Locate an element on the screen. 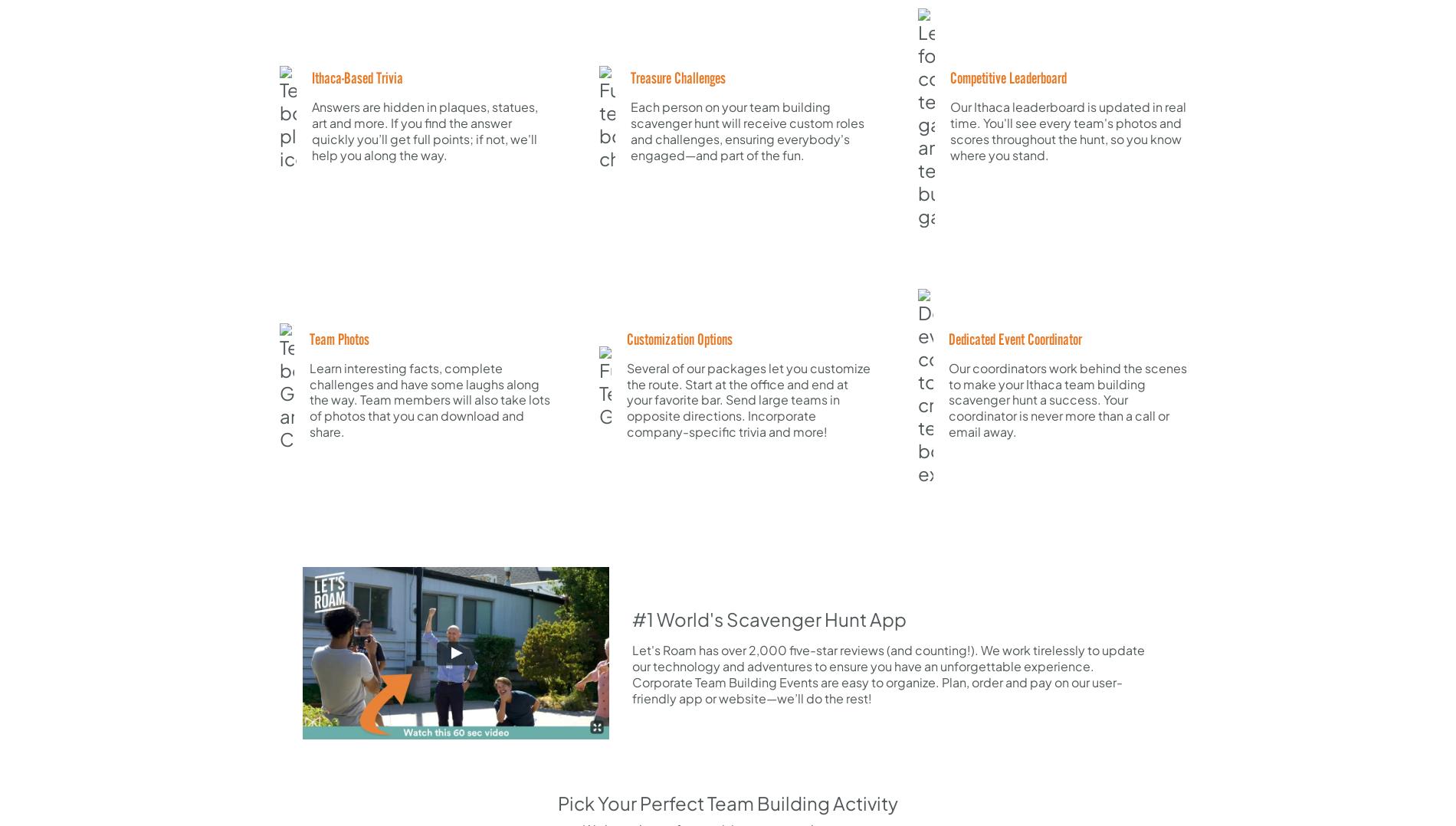  '#1 World's Scavenger Hunt App' is located at coordinates (769, 618).